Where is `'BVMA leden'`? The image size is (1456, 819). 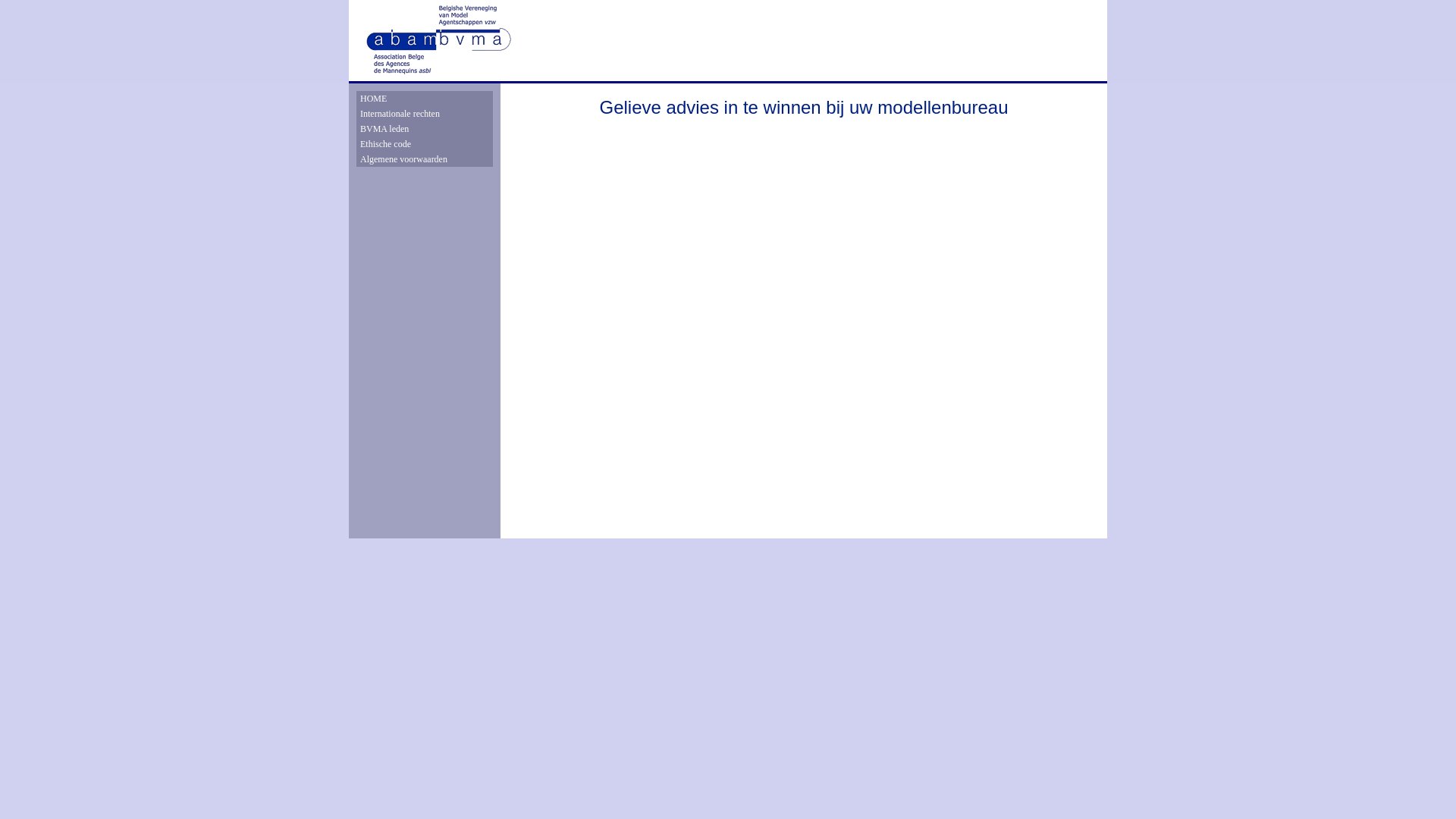 'BVMA leden' is located at coordinates (425, 127).